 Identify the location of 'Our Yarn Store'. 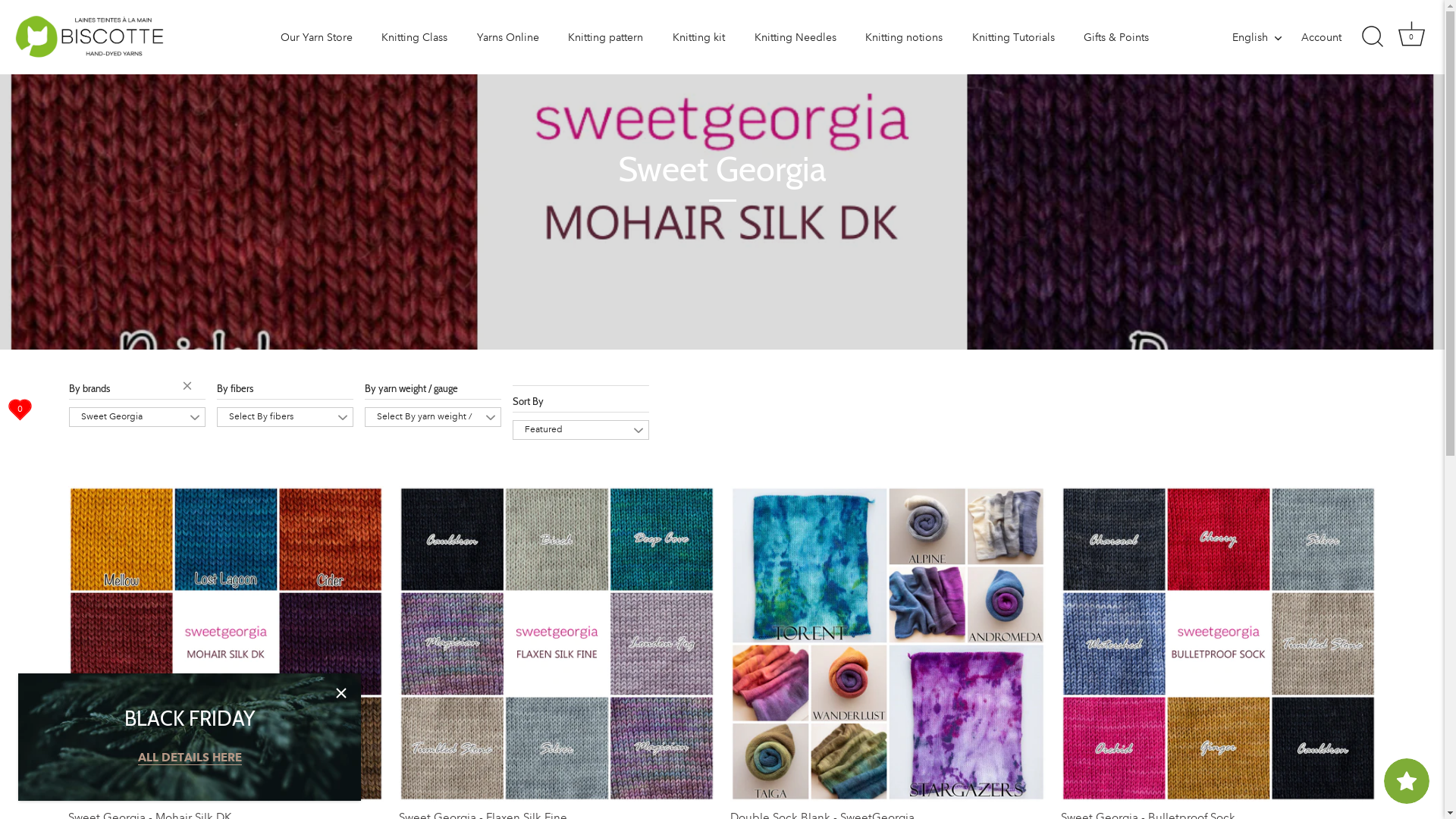
(315, 36).